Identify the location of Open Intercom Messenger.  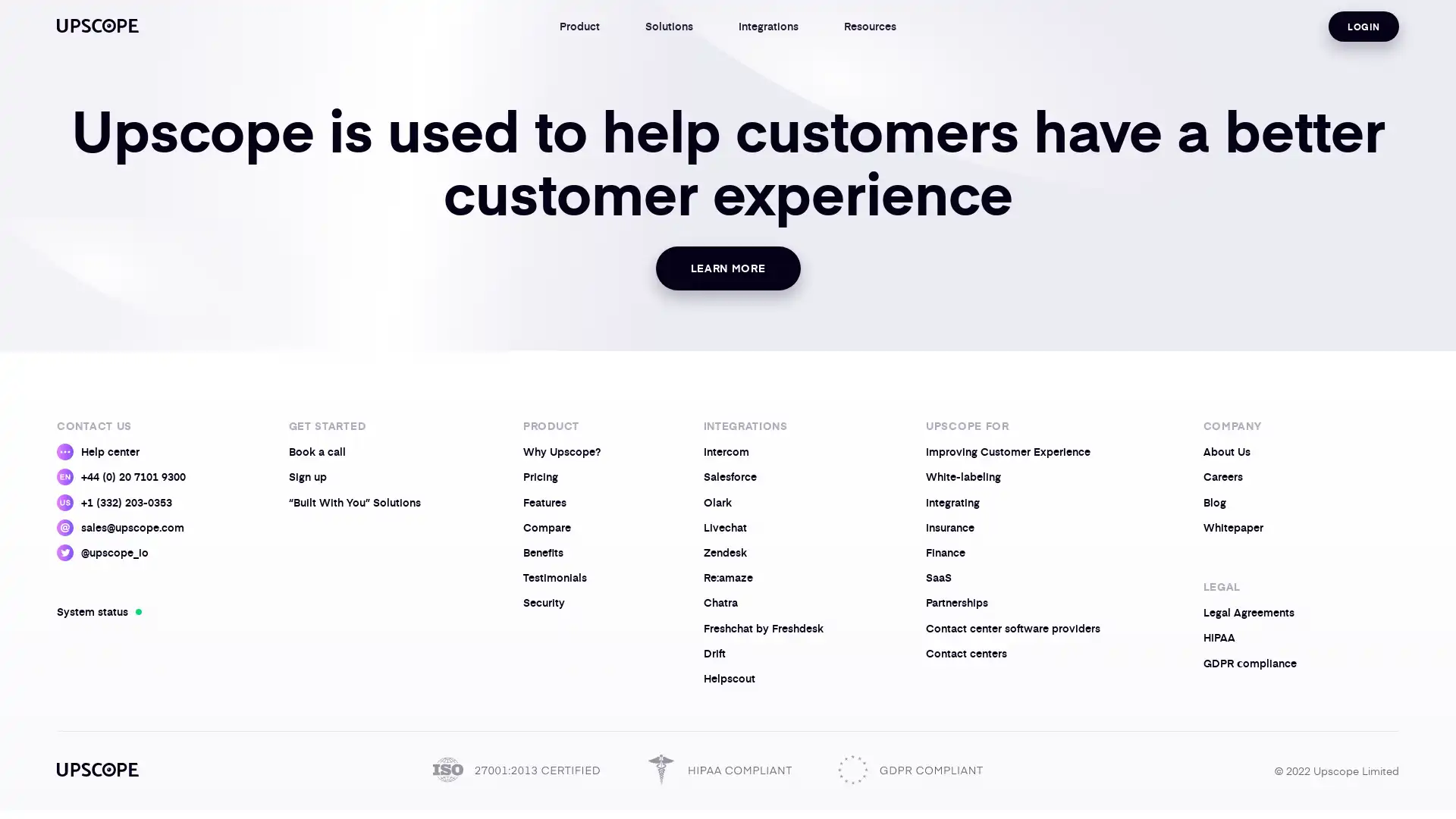
(1417, 780).